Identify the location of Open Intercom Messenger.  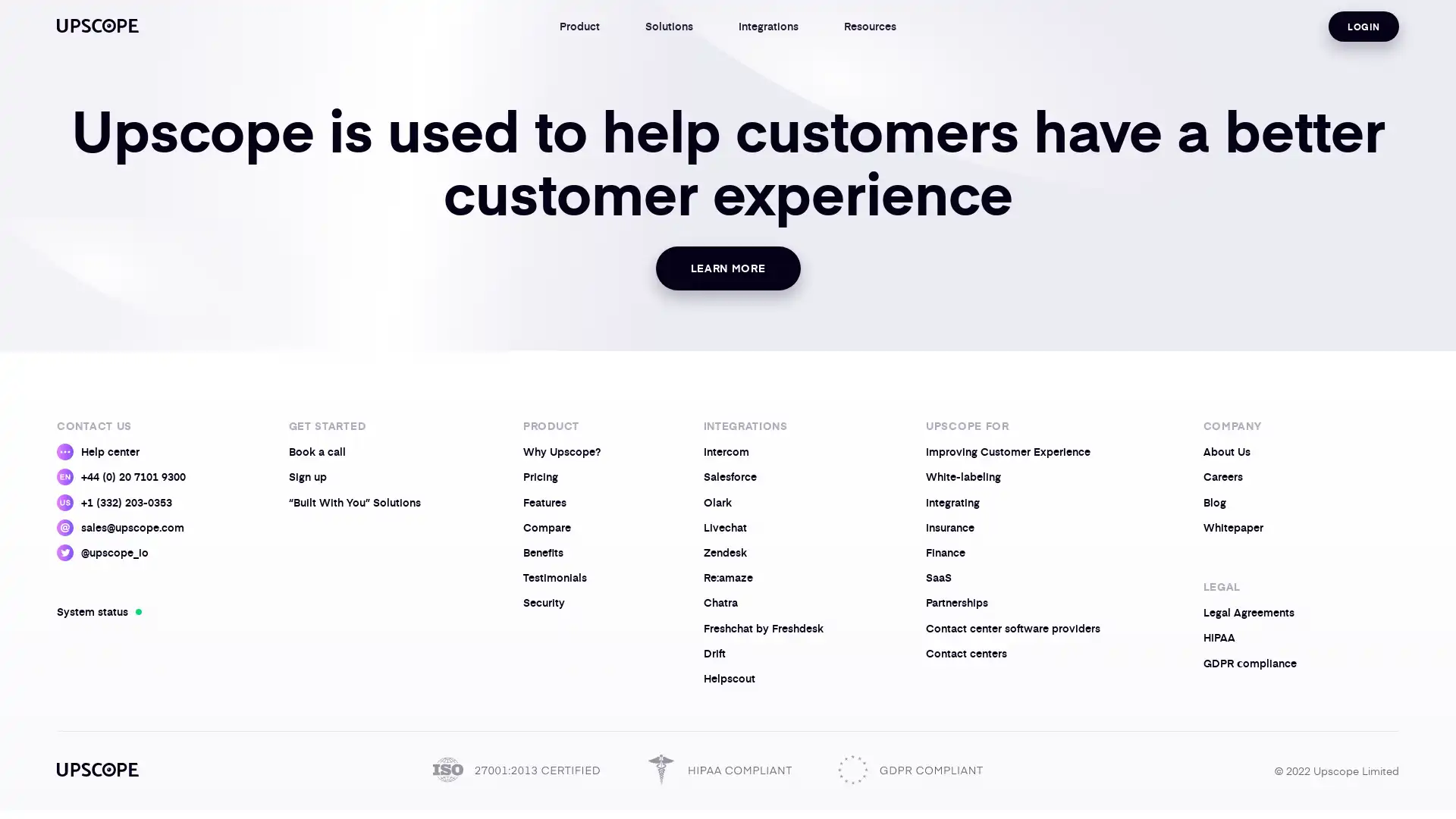
(1417, 780).